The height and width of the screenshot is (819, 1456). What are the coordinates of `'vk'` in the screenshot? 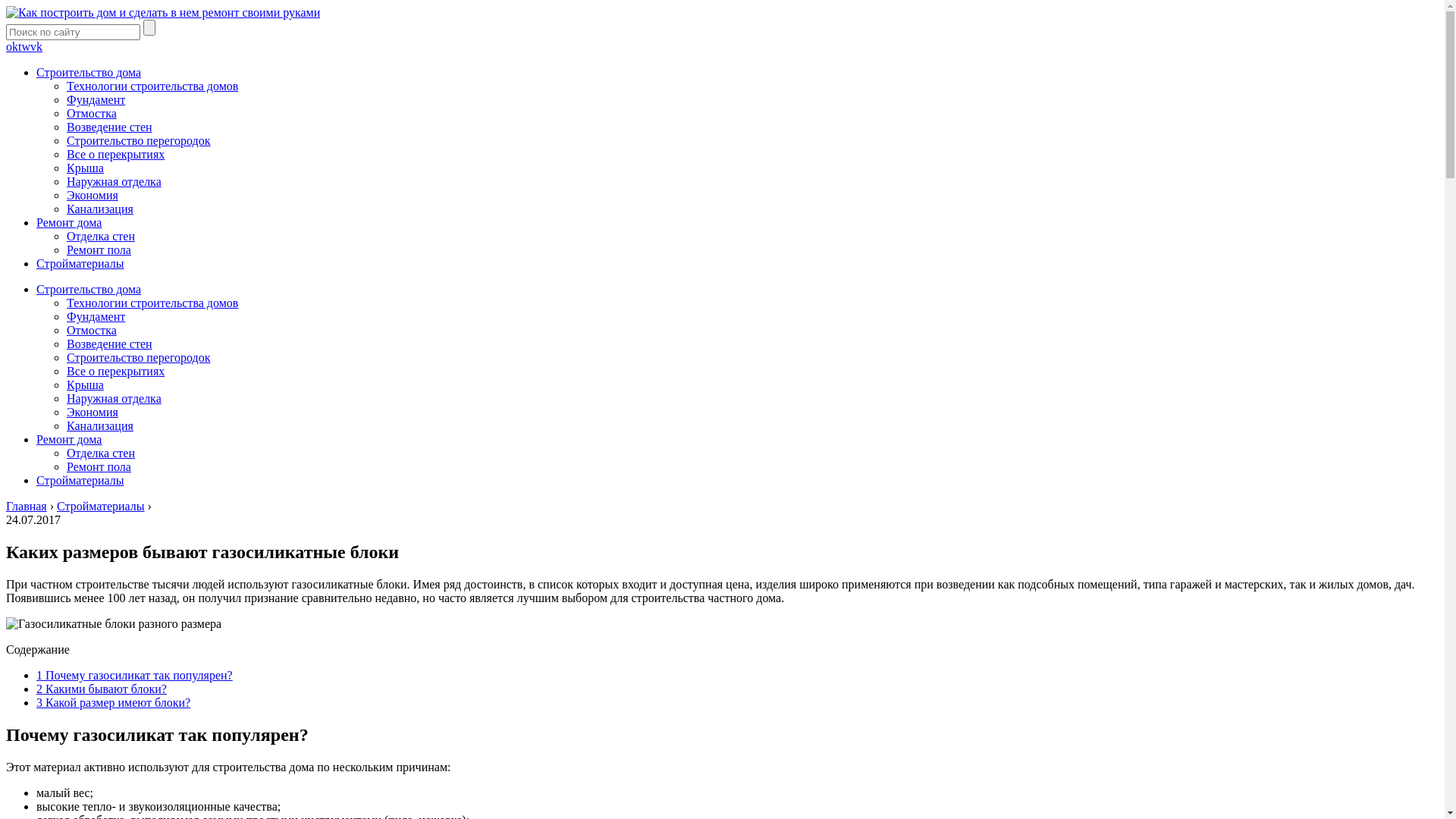 It's located at (36, 45).